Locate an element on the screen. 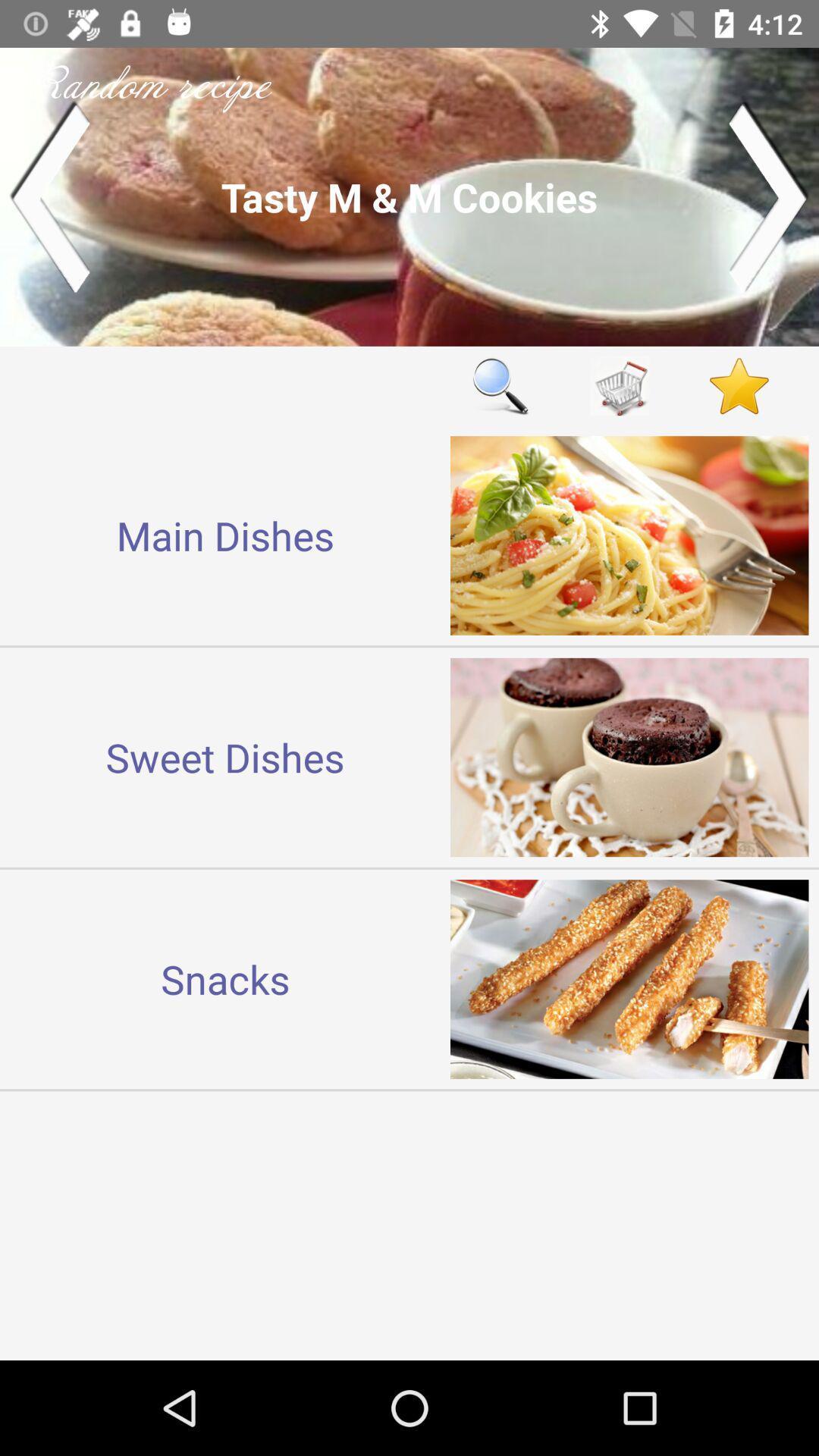 The image size is (819, 1456). snacks at the bottom left corner is located at coordinates (225, 979).